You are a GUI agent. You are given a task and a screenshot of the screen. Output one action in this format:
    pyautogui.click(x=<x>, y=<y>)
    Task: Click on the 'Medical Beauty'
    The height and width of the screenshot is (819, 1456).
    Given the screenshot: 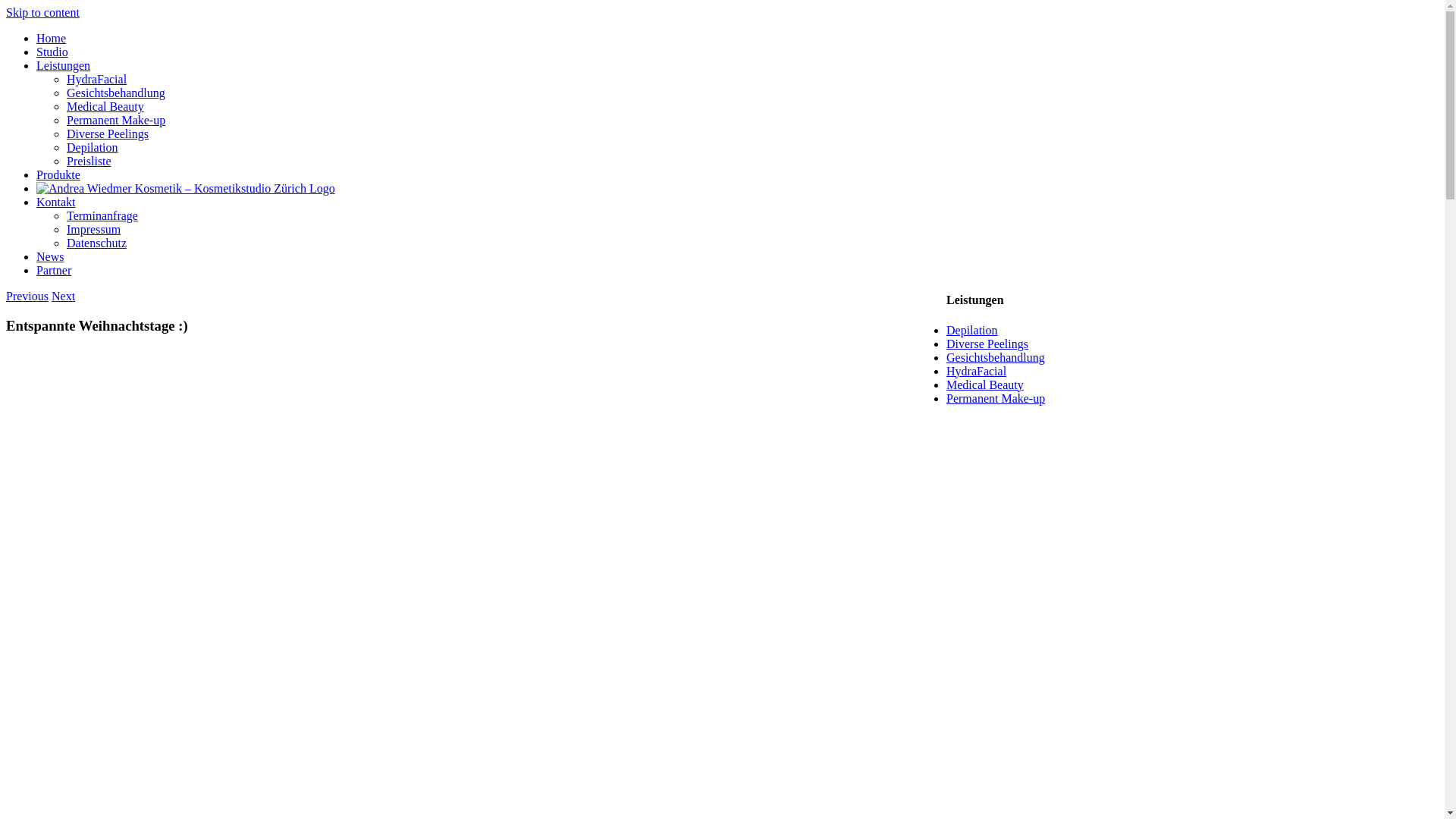 What is the action you would take?
    pyautogui.click(x=946, y=384)
    